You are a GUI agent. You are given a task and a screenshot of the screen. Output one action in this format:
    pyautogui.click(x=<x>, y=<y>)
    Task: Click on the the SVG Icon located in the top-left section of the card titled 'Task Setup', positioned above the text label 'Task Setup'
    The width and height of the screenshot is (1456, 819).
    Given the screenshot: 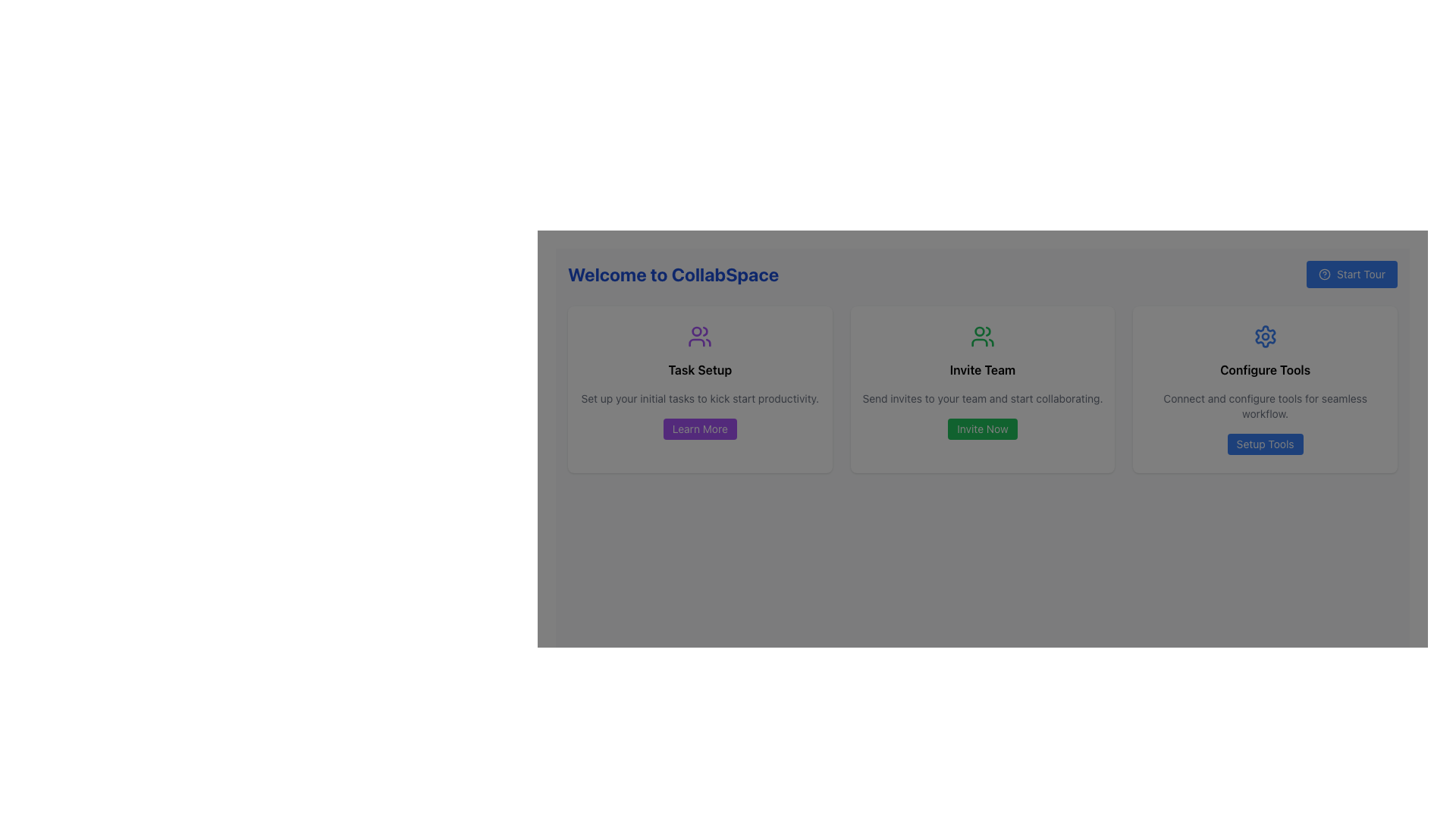 What is the action you would take?
    pyautogui.click(x=699, y=335)
    